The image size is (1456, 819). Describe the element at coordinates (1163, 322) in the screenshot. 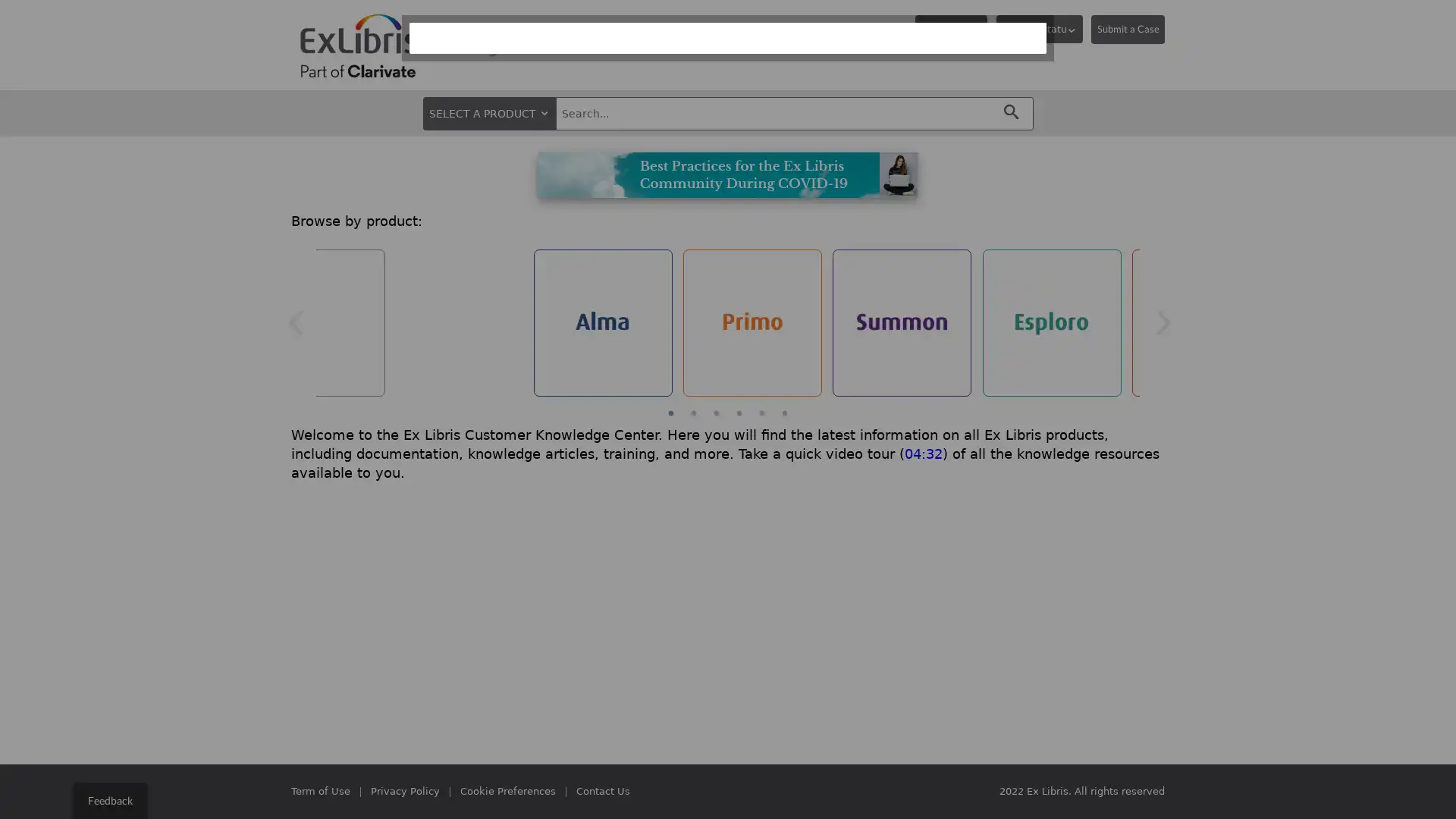

I see `Next` at that location.